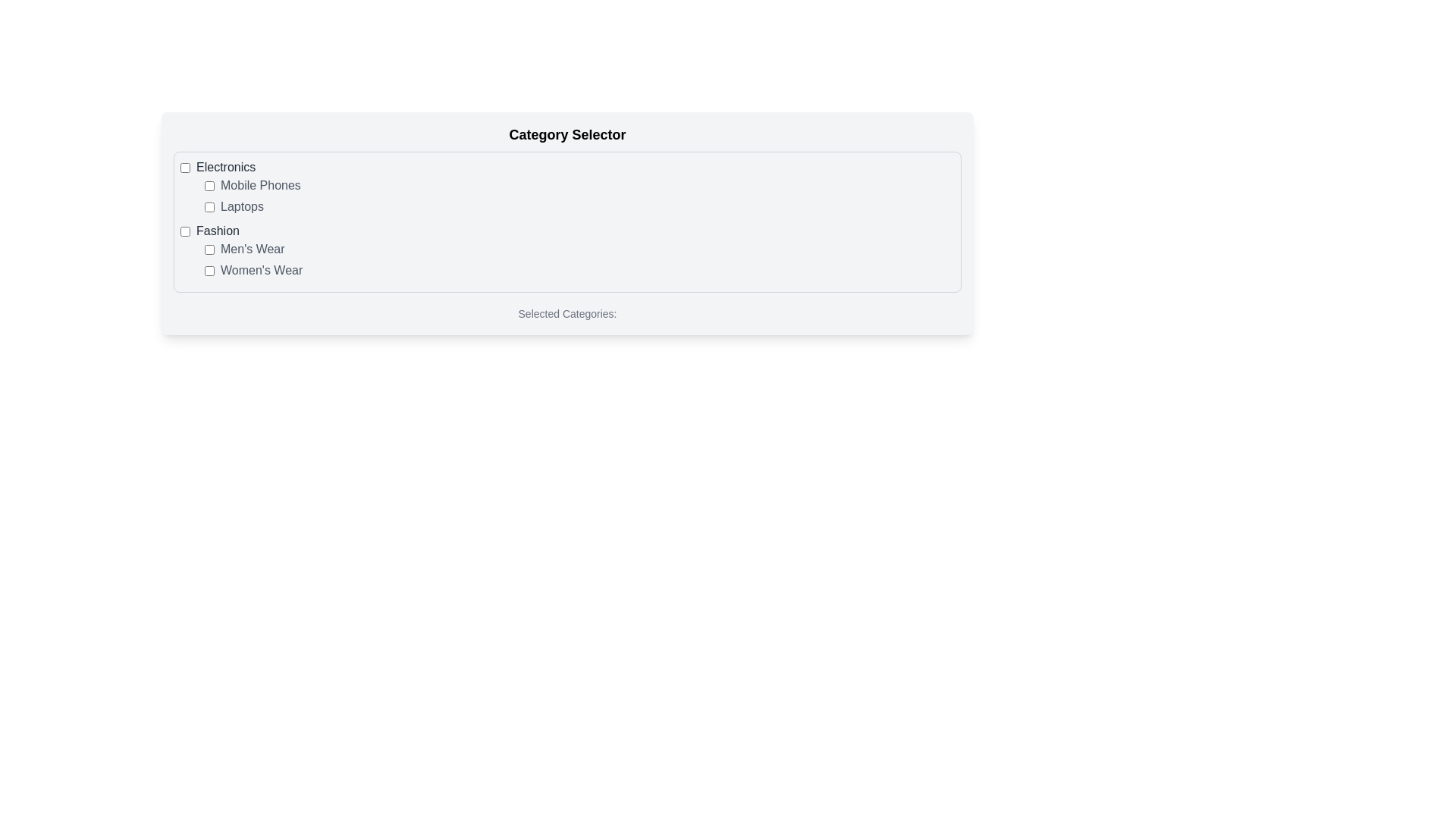 This screenshot has height=819, width=1456. Describe the element at coordinates (209, 185) in the screenshot. I see `the 'Mobile Phones' checkbox` at that location.